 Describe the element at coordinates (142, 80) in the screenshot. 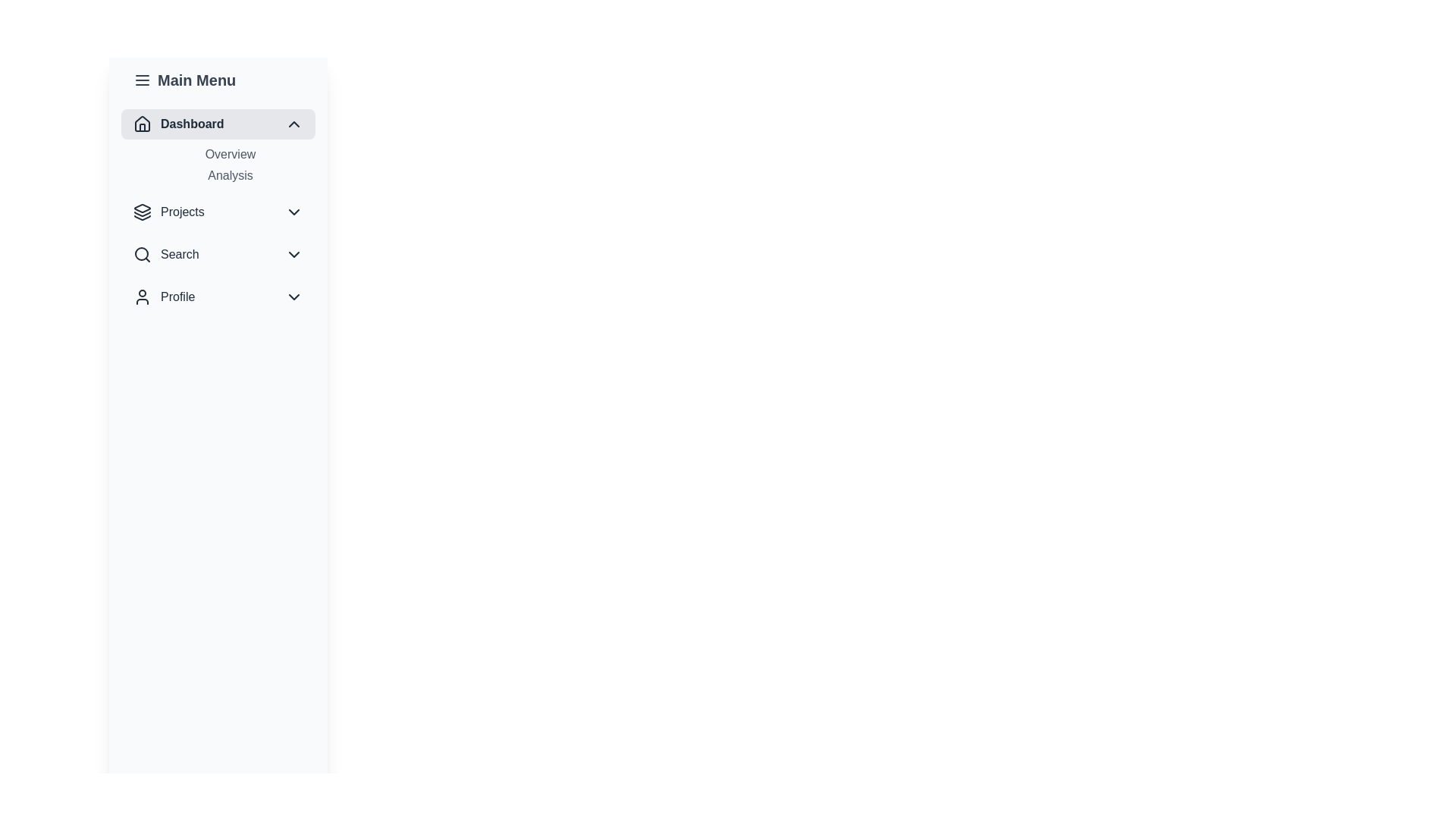

I see `the three-line menu icon located to the left of the 'Main Menu' heading in the sidebar to potentially display a tooltip` at that location.